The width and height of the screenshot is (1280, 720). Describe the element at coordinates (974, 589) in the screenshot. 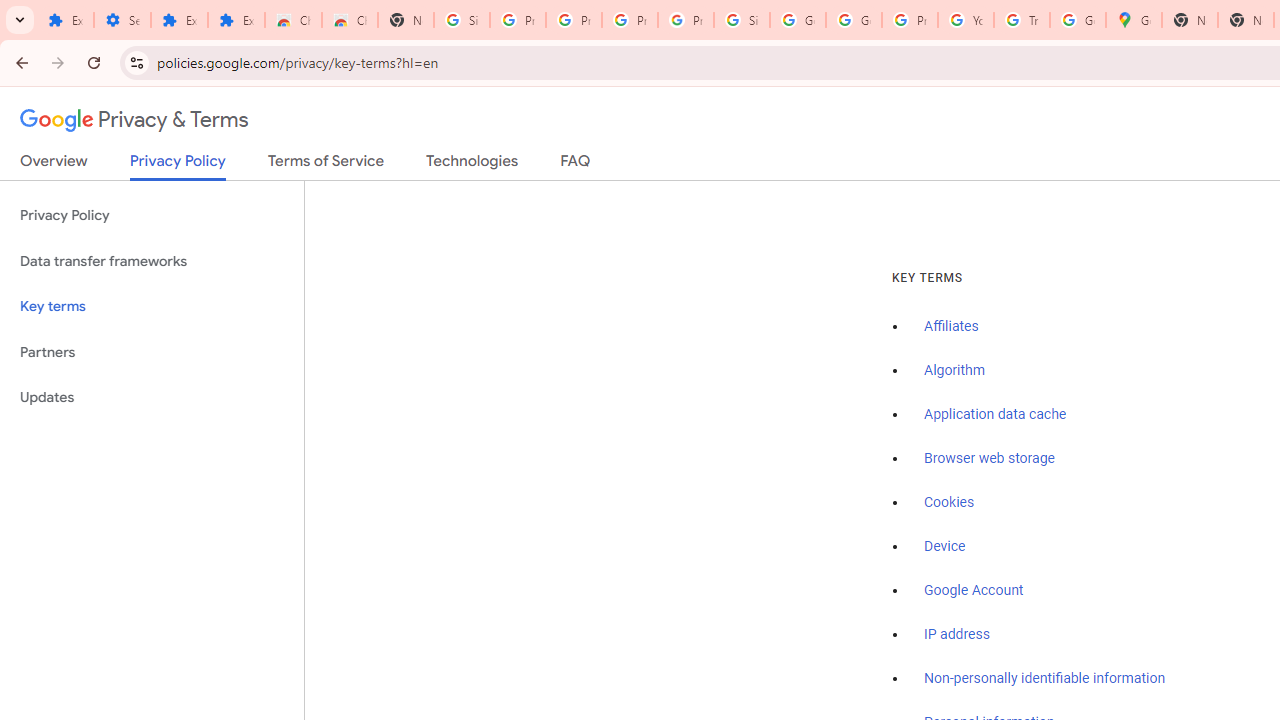

I see `'Google Account'` at that location.